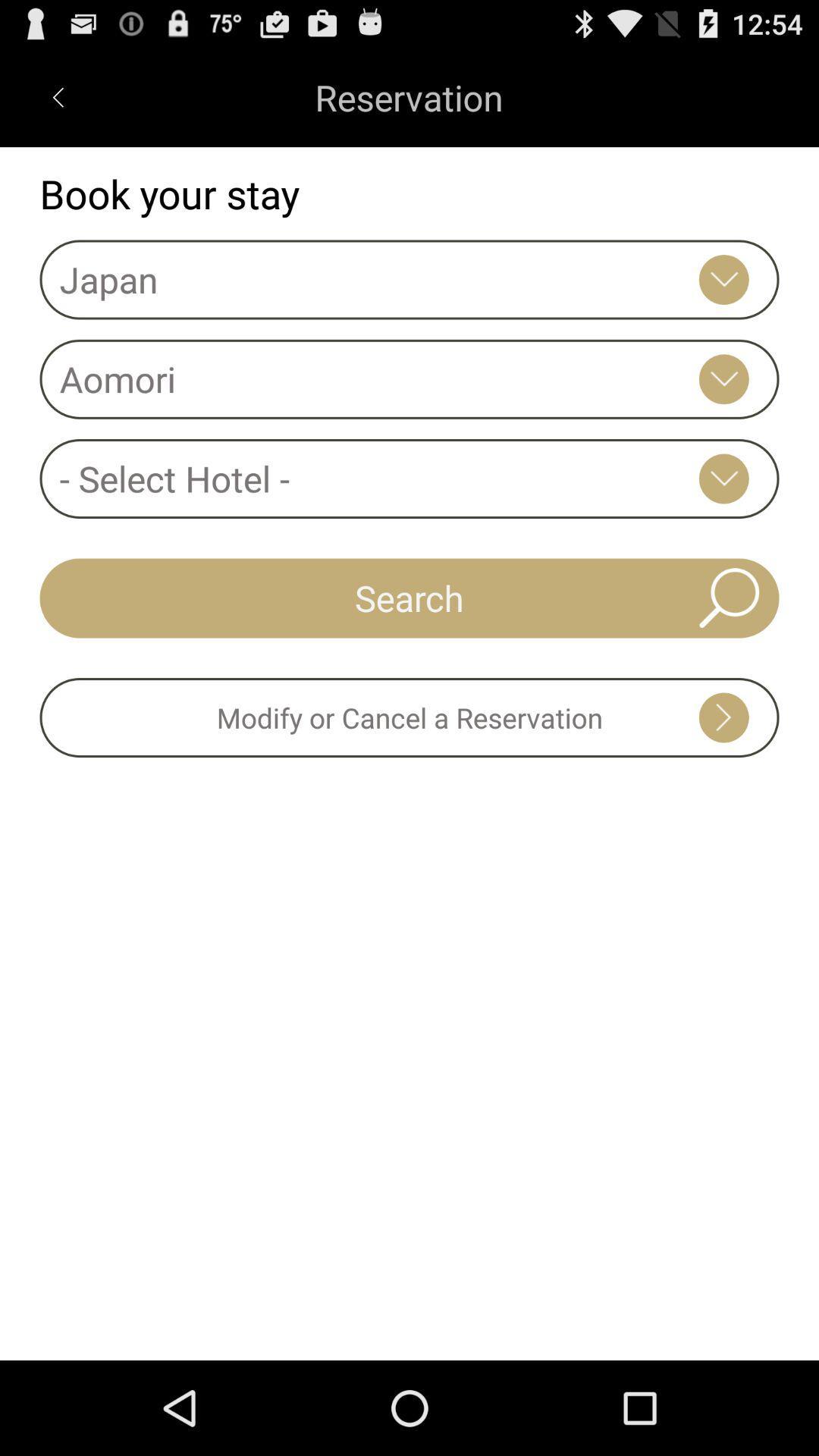 The image size is (819, 1456). What do you see at coordinates (57, 96) in the screenshot?
I see `the item above the book your stay item` at bounding box center [57, 96].